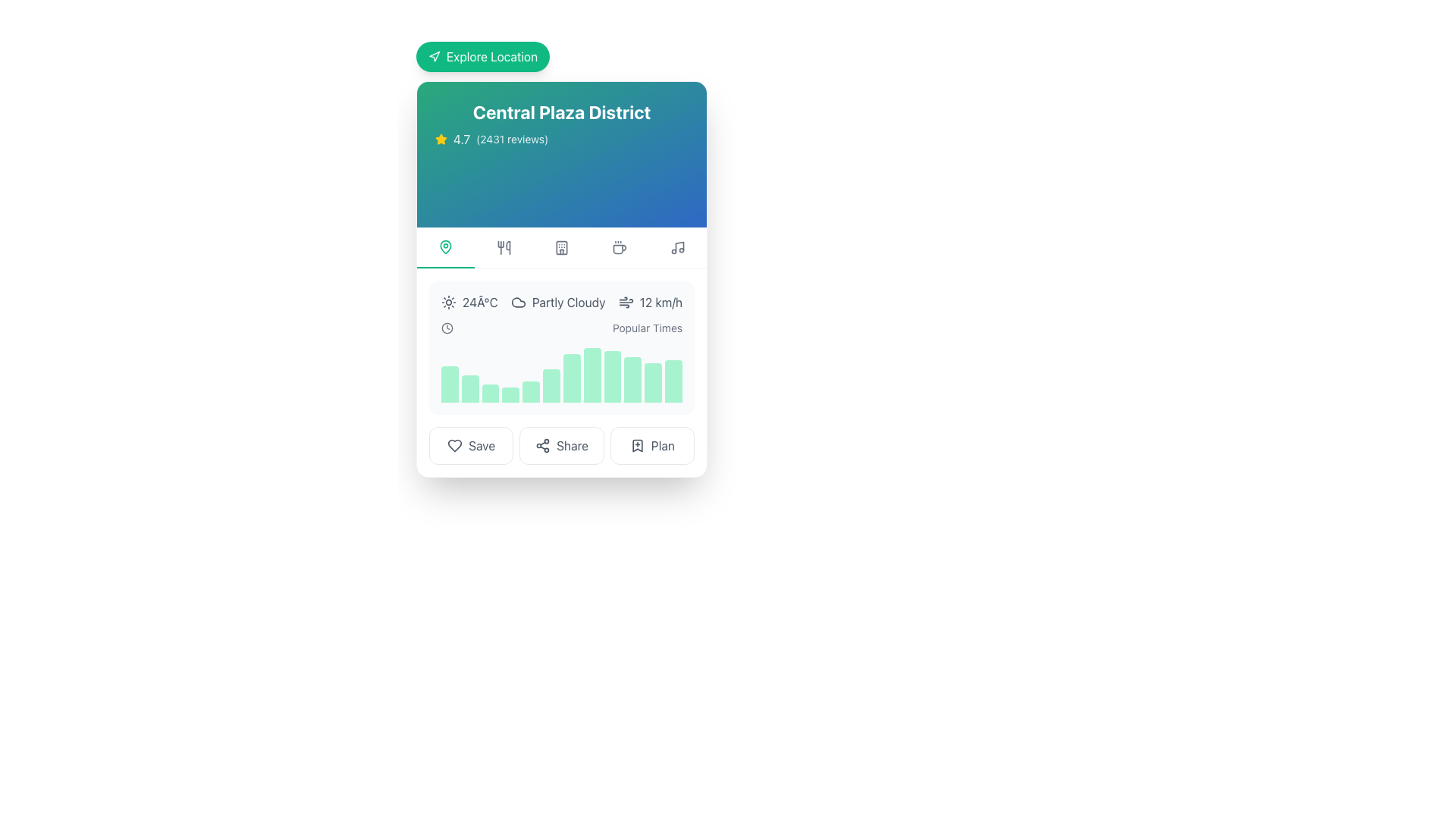 This screenshot has width=1456, height=819. Describe the element at coordinates (632, 379) in the screenshot. I see `the 10th light green rectangular bar with a rounded top in the horizontal bar graph, which is part of the popular times section` at that location.